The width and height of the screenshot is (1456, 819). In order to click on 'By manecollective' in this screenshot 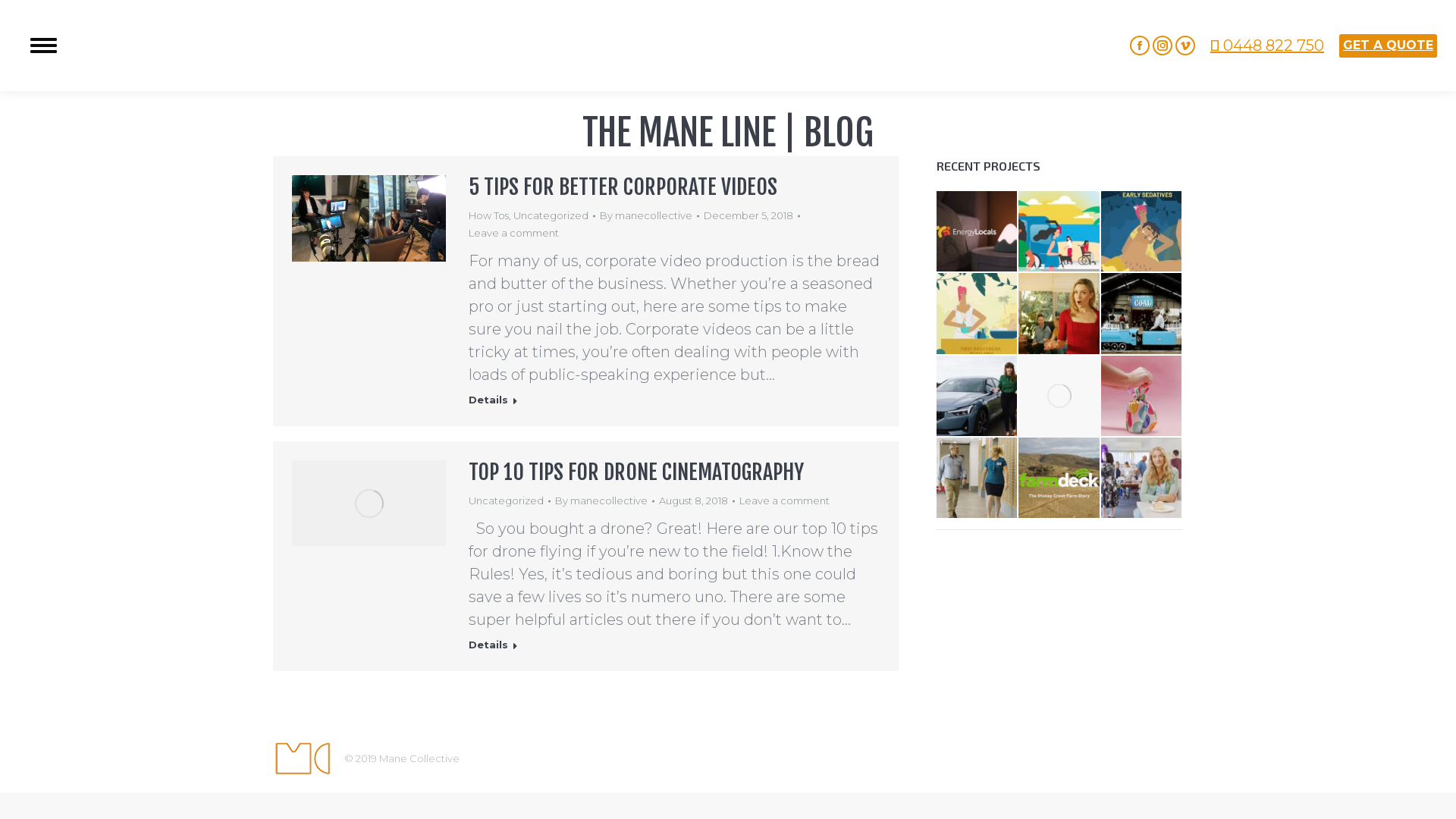, I will do `click(554, 500)`.